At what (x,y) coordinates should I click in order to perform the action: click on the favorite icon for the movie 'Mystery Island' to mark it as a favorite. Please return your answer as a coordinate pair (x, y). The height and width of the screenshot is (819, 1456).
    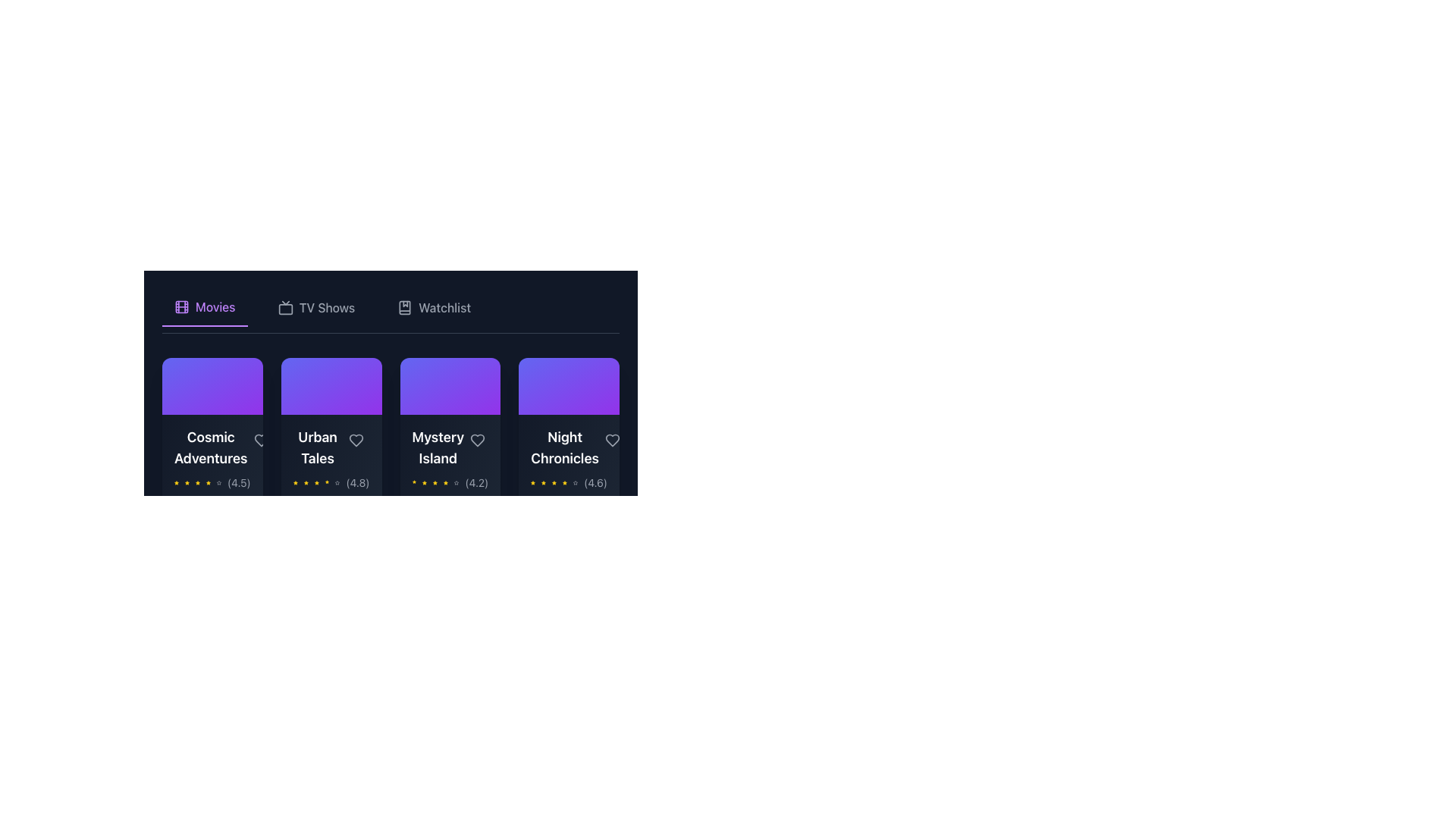
    Looking at the image, I should click on (477, 440).